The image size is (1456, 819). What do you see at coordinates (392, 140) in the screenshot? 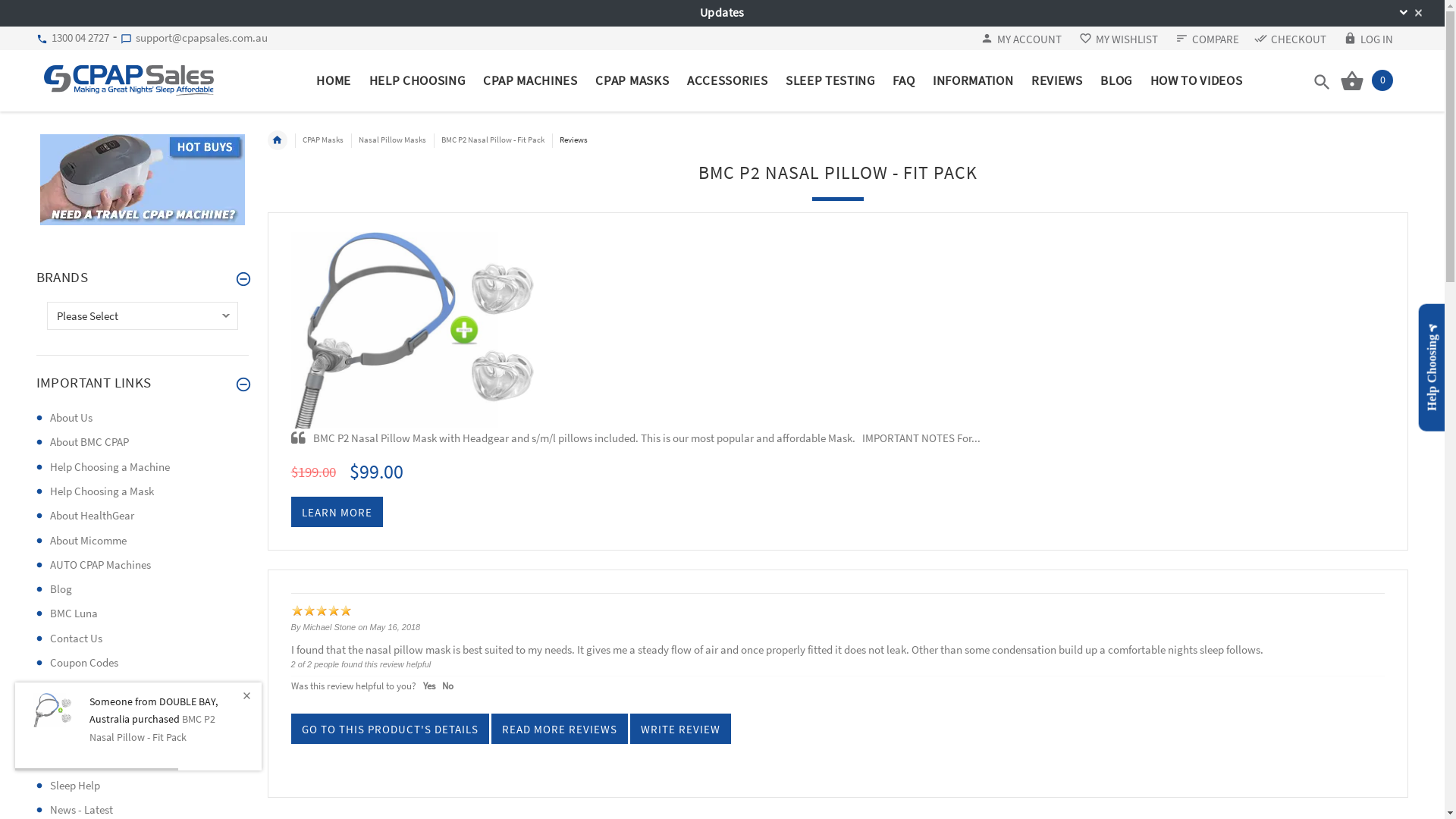
I see `'Nasal Pillow Masks'` at bounding box center [392, 140].